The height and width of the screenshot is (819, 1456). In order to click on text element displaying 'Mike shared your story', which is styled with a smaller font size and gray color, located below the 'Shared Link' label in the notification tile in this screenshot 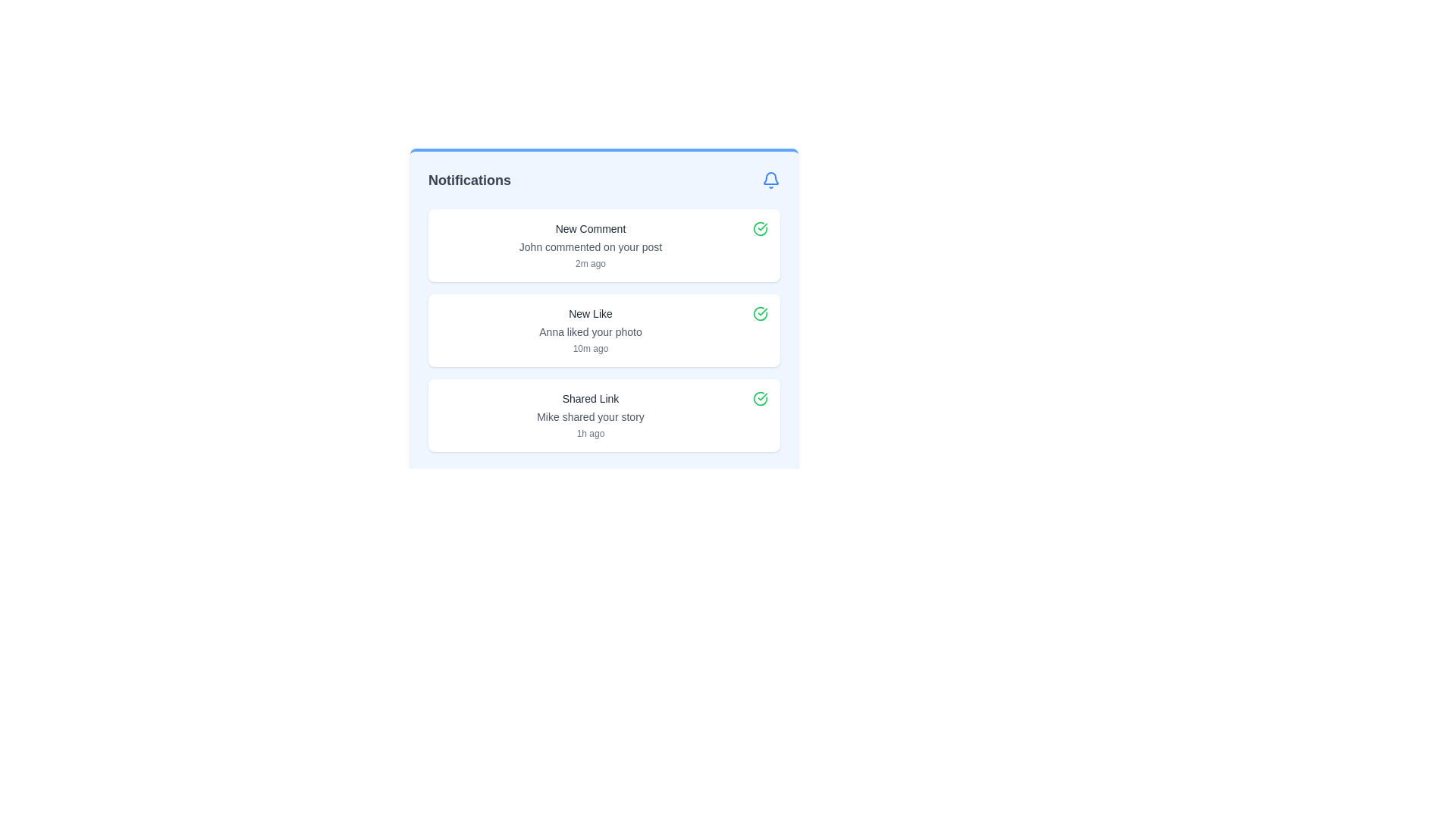, I will do `click(589, 417)`.